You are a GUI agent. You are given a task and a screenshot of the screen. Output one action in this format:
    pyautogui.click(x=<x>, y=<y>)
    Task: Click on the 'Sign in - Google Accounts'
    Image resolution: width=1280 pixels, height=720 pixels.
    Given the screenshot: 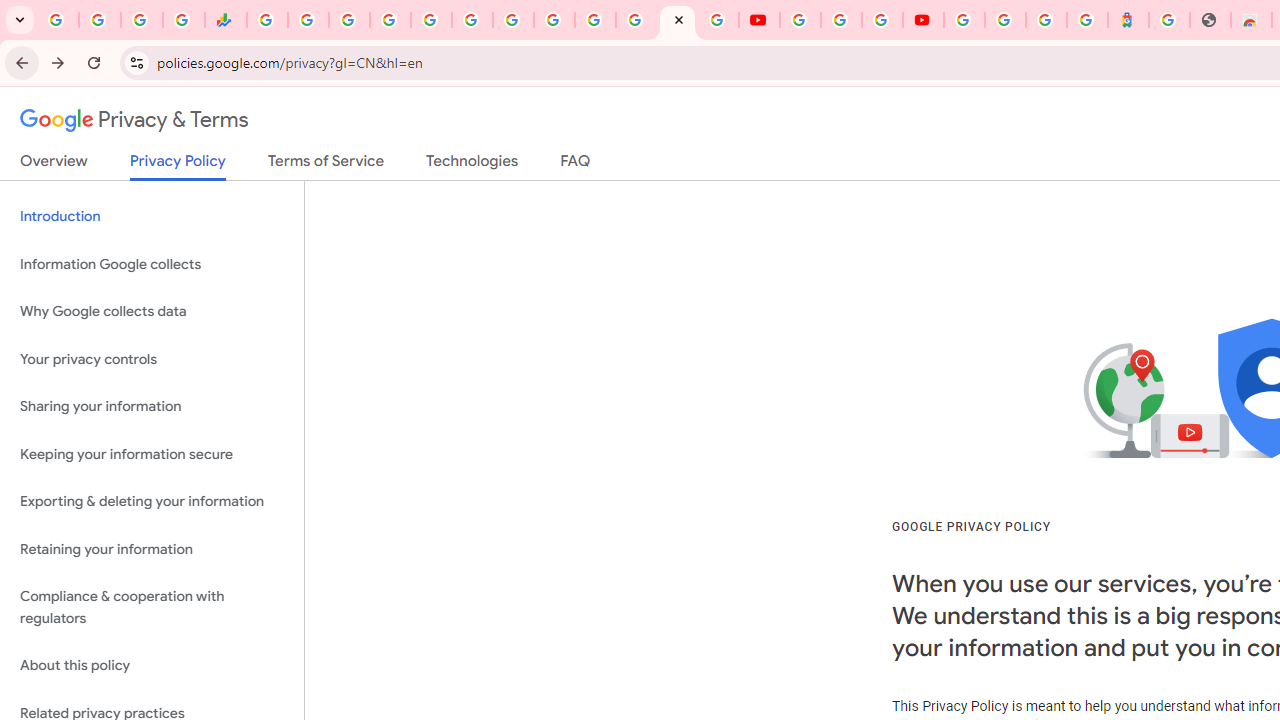 What is the action you would take?
    pyautogui.click(x=1005, y=20)
    